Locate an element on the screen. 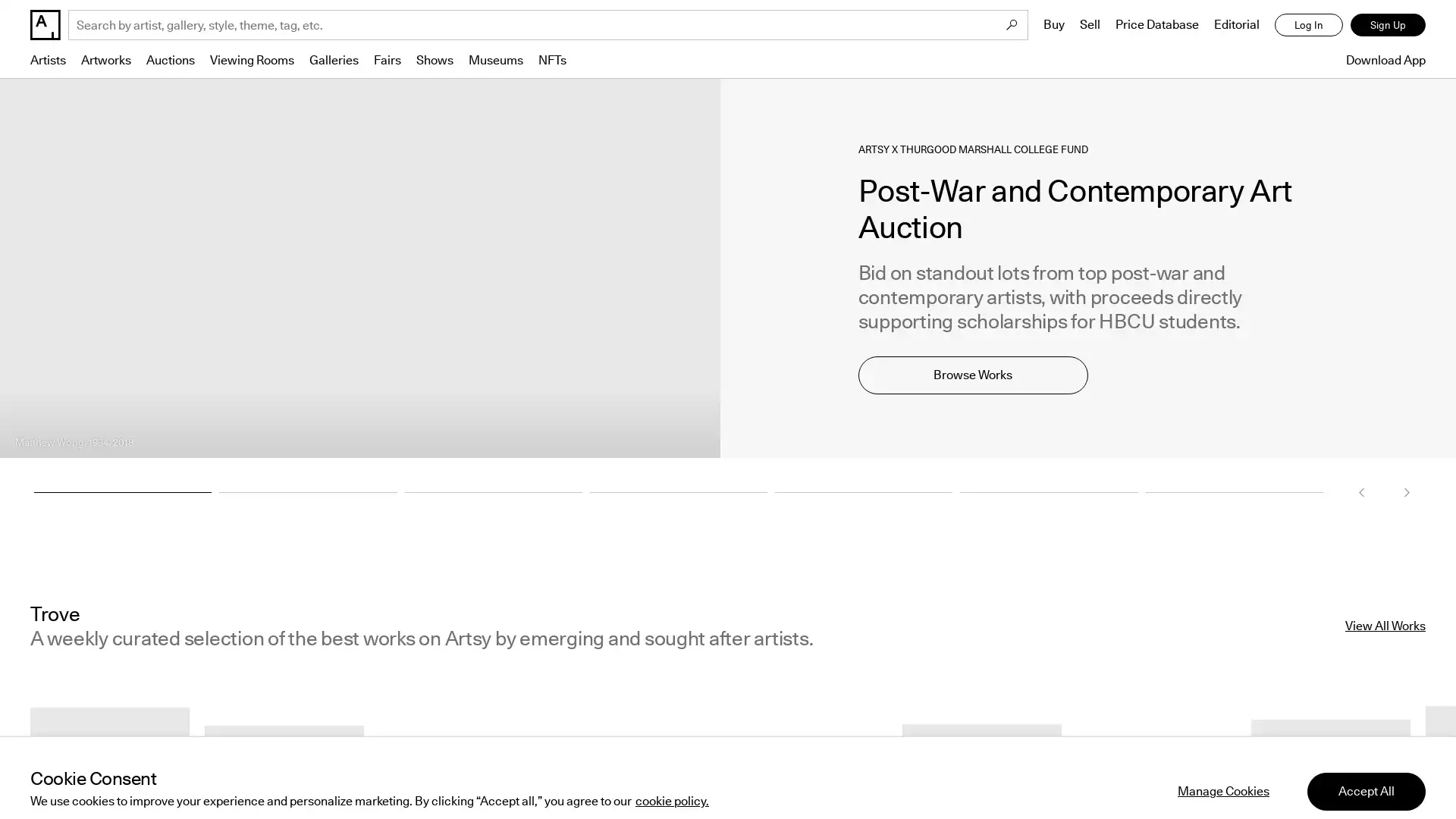  Download App is located at coordinates (1382, 59).